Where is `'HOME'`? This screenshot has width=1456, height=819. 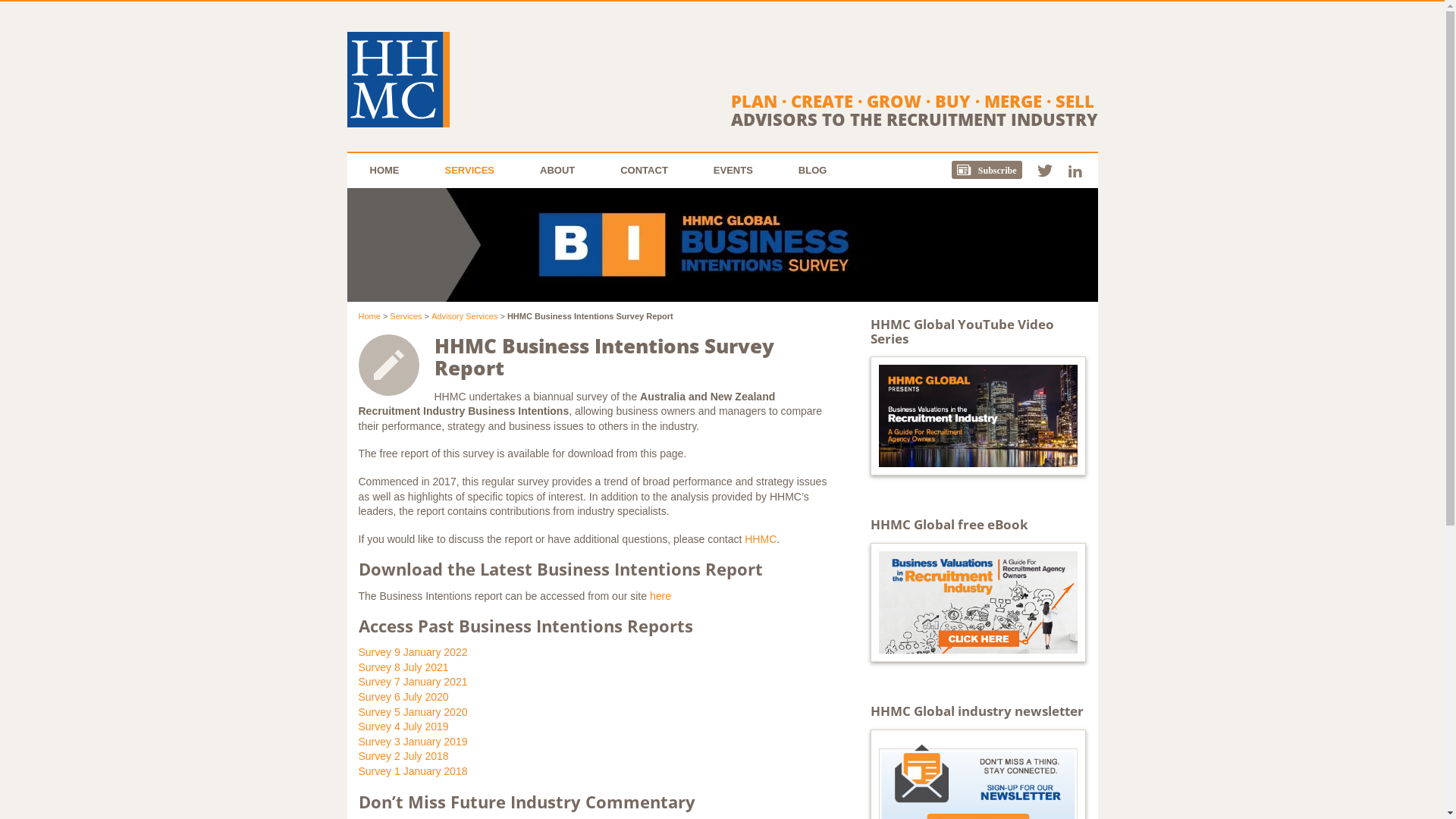
'HOME' is located at coordinates (384, 170).